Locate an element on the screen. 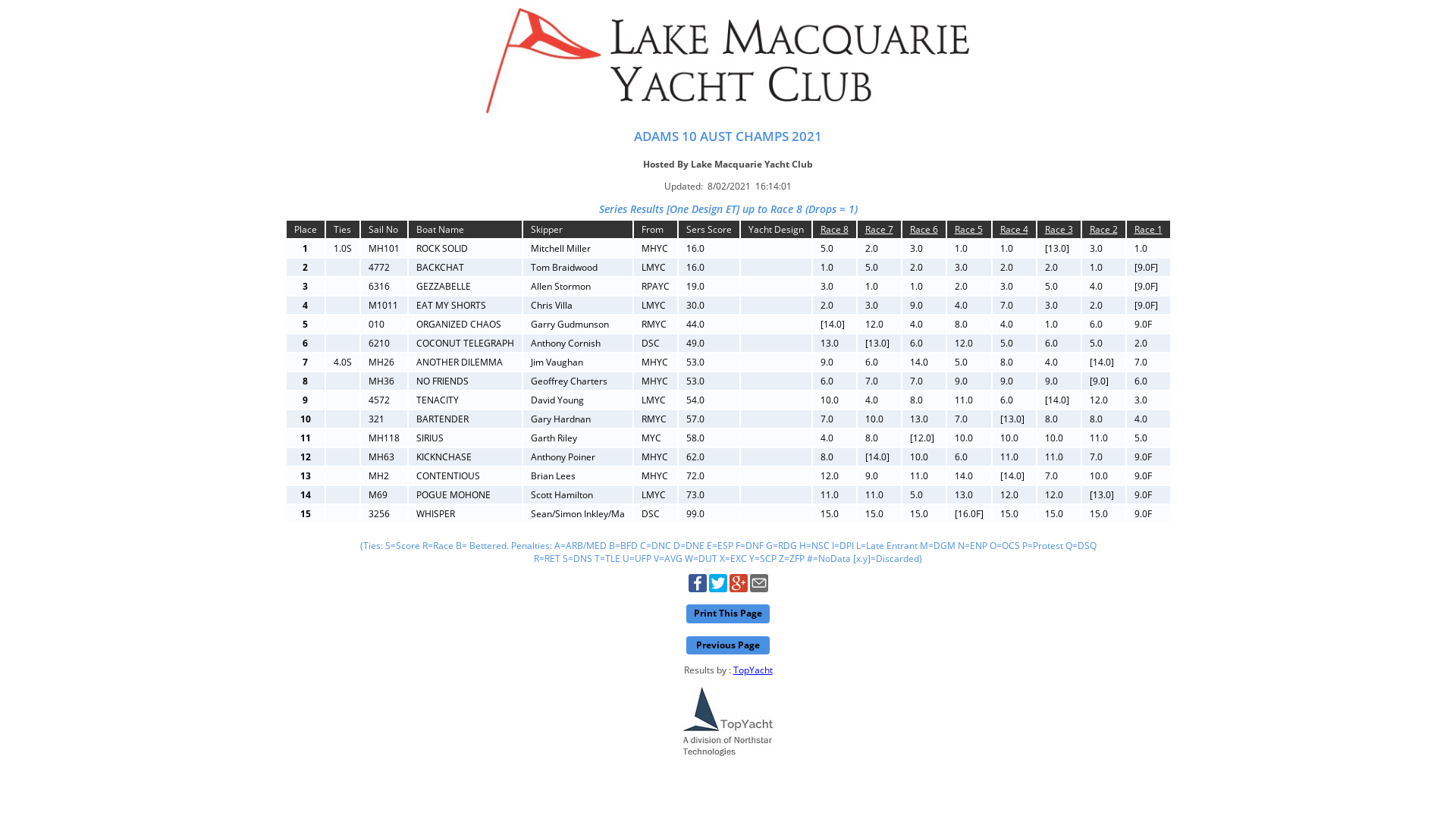 The image size is (1456, 819). 'Print This Page' is located at coordinates (728, 613).